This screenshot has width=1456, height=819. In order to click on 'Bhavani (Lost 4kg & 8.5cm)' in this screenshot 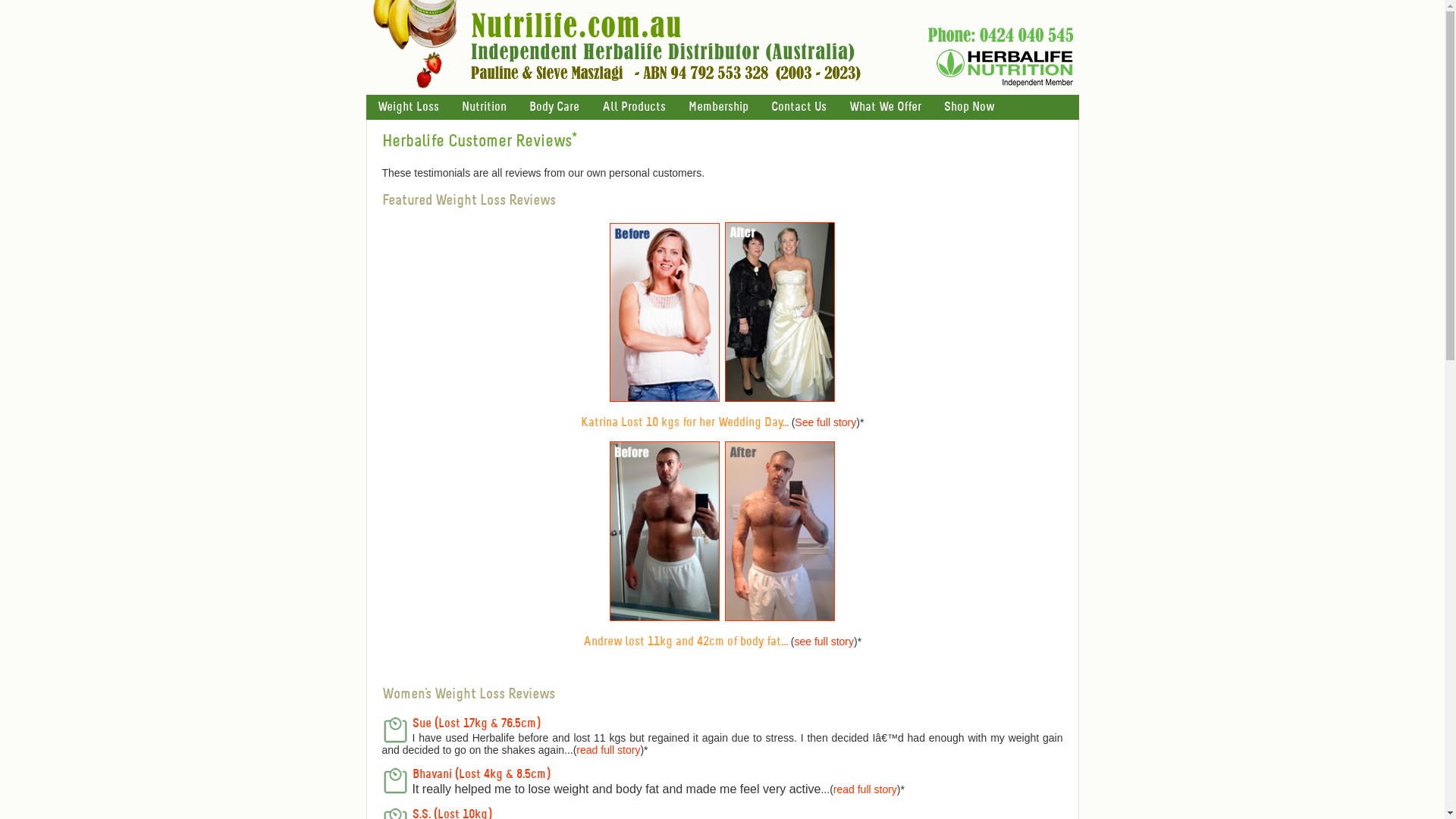, I will do `click(480, 774)`.